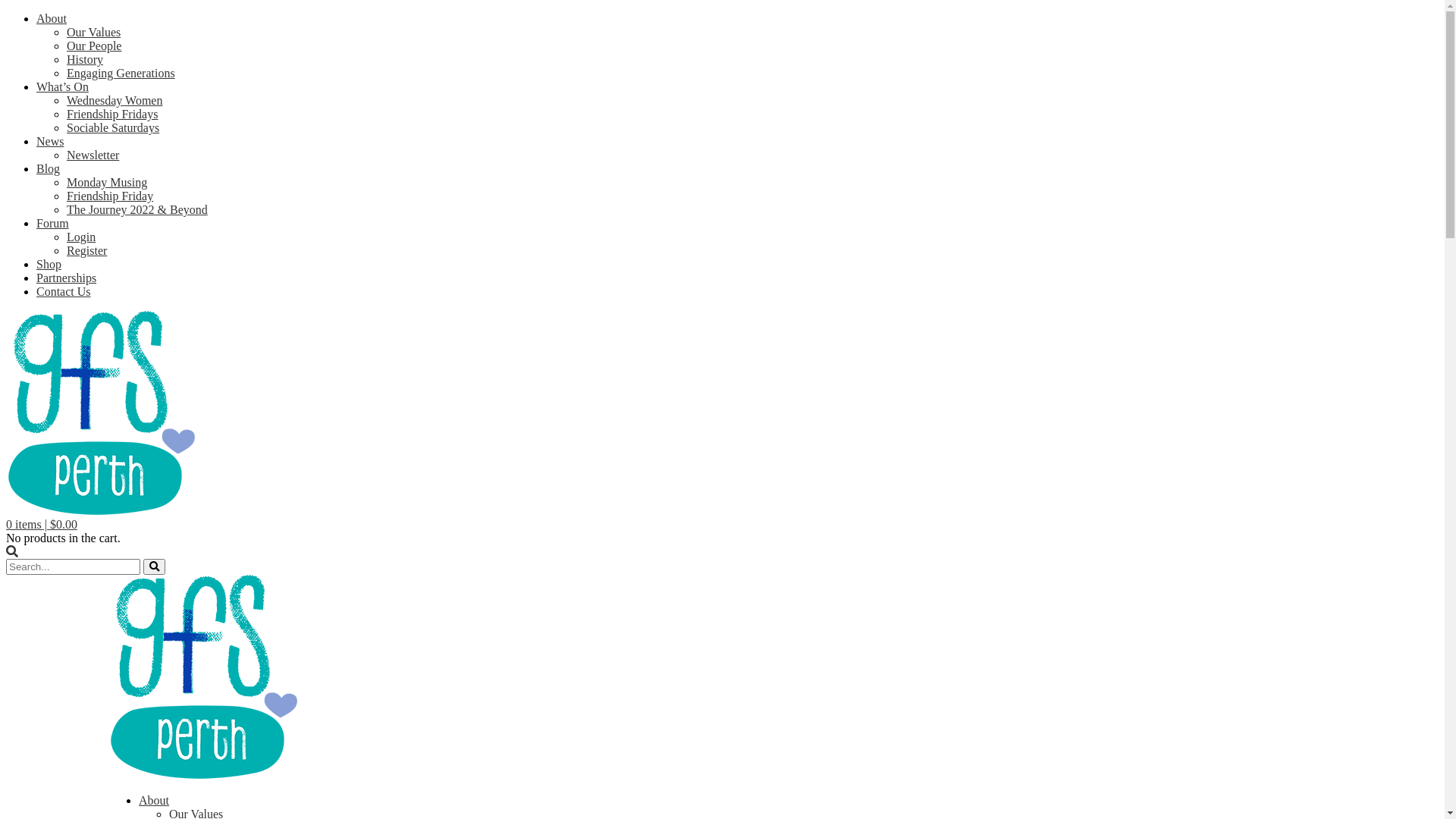 The height and width of the screenshot is (819, 1456). I want to click on 'Partnerships', so click(65, 278).